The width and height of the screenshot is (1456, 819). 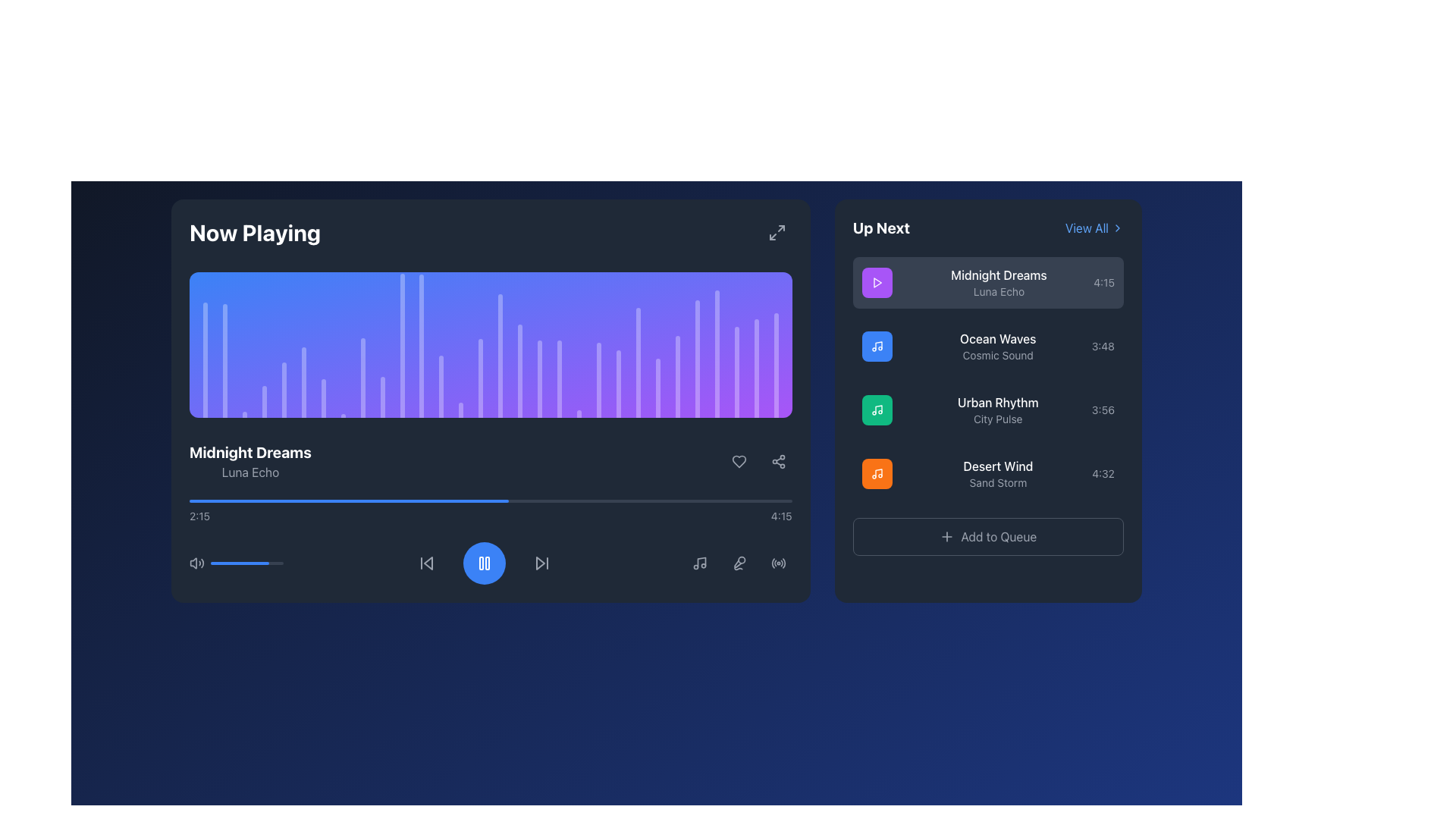 What do you see at coordinates (426, 563) in the screenshot?
I see `the first button on the left side of the playback controls to skip to the previous track in the playlist` at bounding box center [426, 563].